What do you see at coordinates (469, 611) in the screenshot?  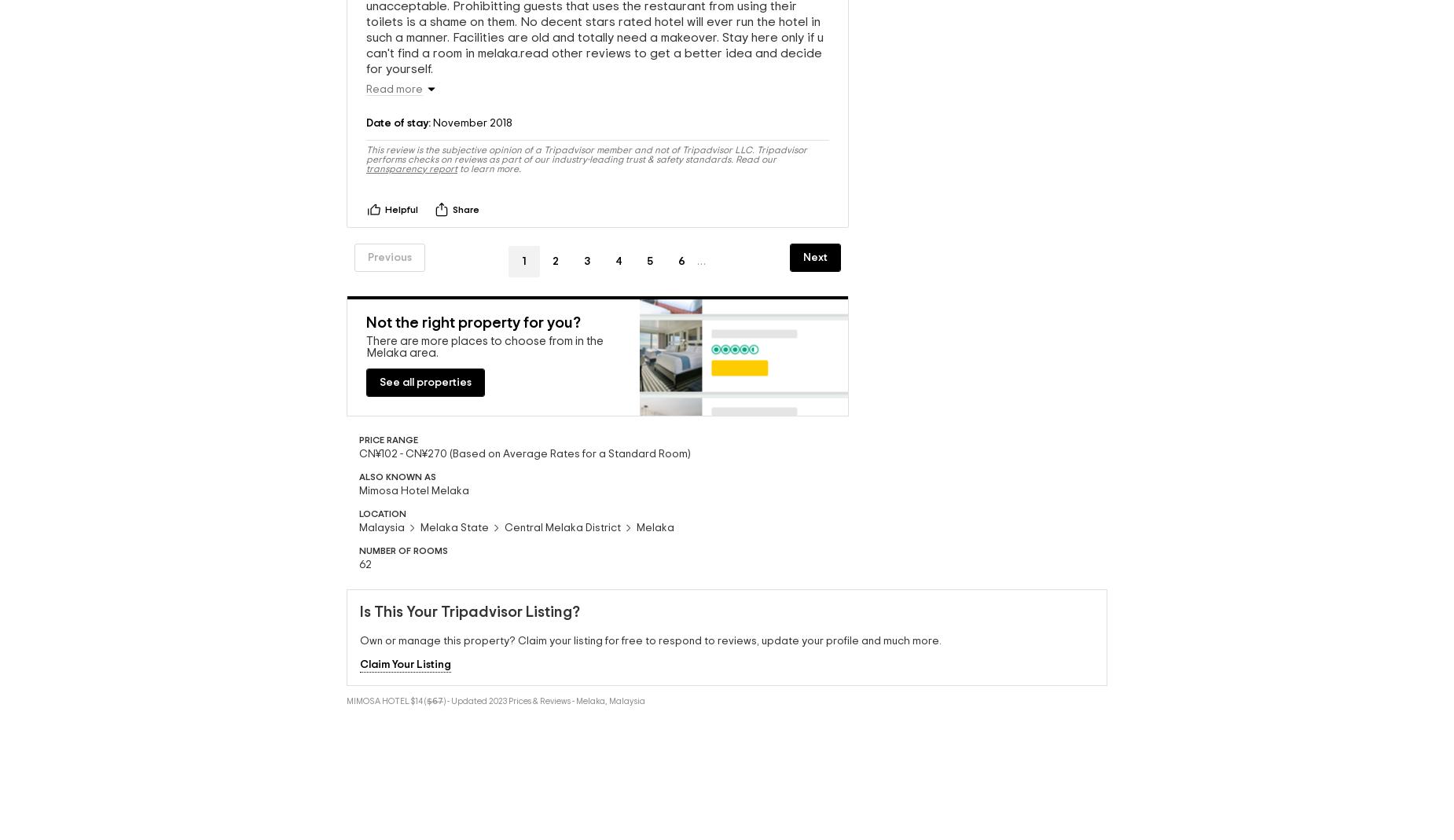 I see `'Is This Your Tripadvisor Listing?'` at bounding box center [469, 611].